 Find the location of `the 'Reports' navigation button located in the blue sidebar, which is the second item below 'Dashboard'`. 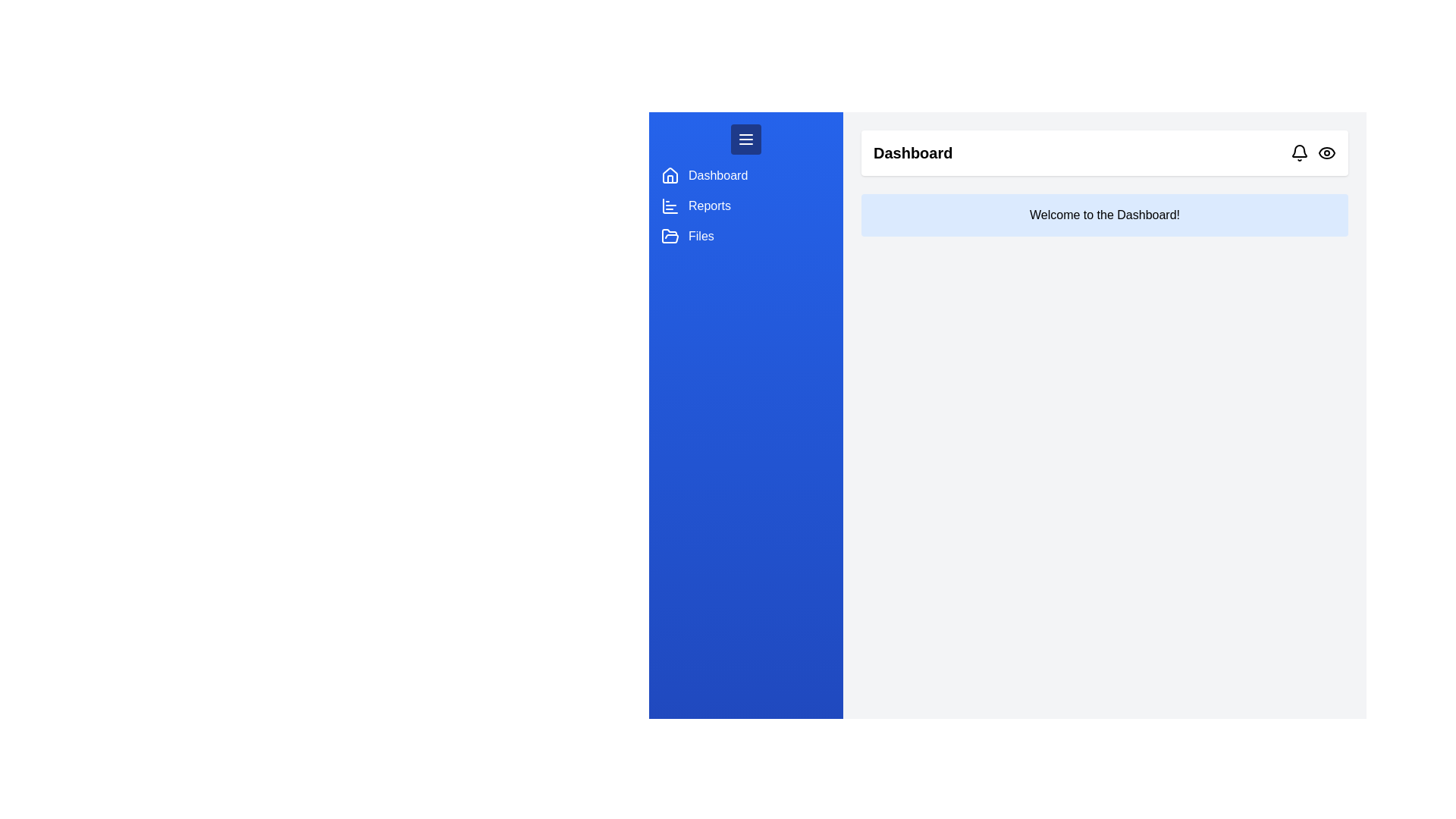

the 'Reports' navigation button located in the blue sidebar, which is the second item below 'Dashboard' is located at coordinates (745, 206).